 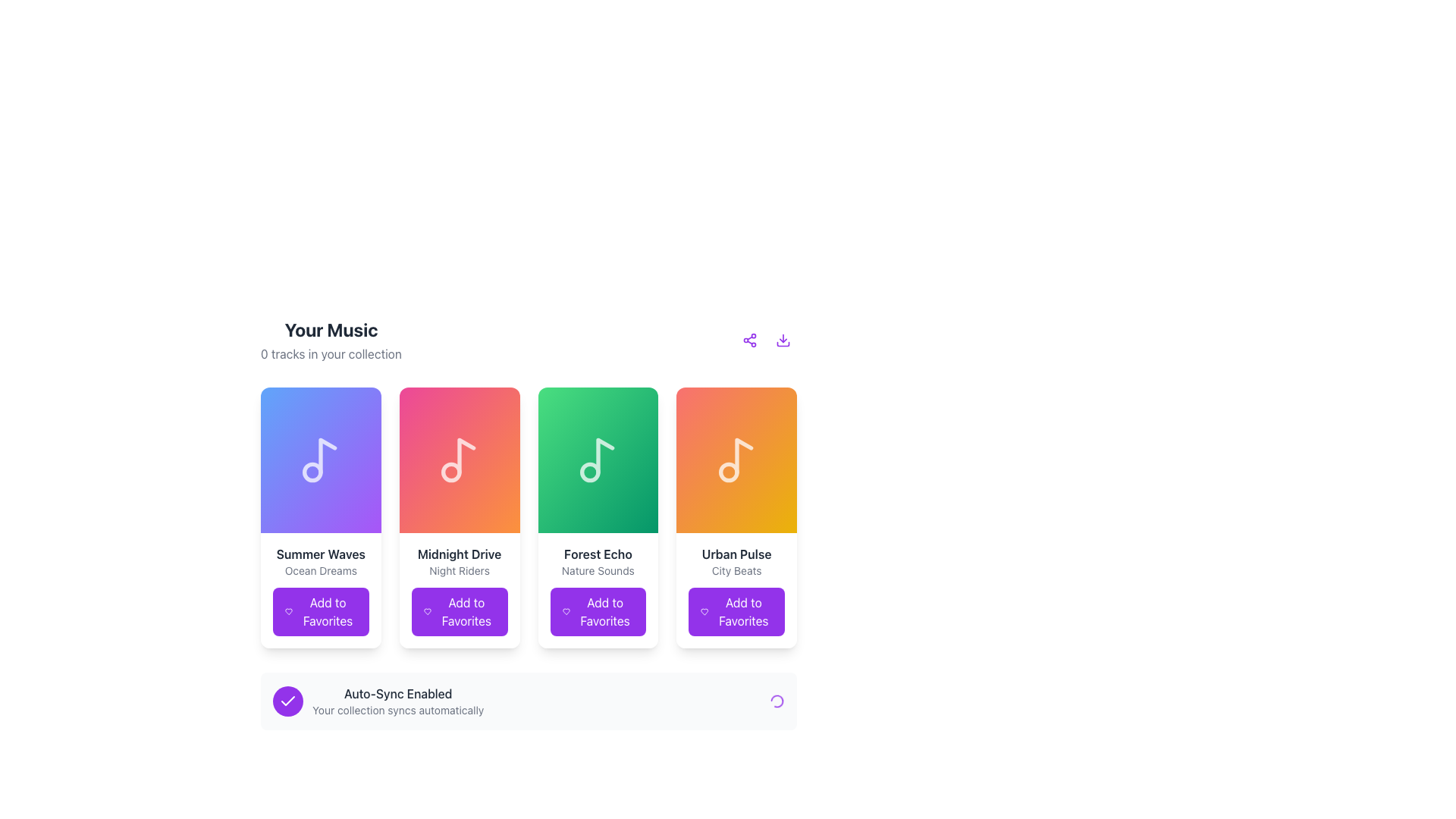 What do you see at coordinates (589, 472) in the screenshot?
I see `the small circular decorative element filled with a solid color located within the graphical representation of the song card 'Forest Echo', specifically within the center region of the music symbol graphic` at bounding box center [589, 472].